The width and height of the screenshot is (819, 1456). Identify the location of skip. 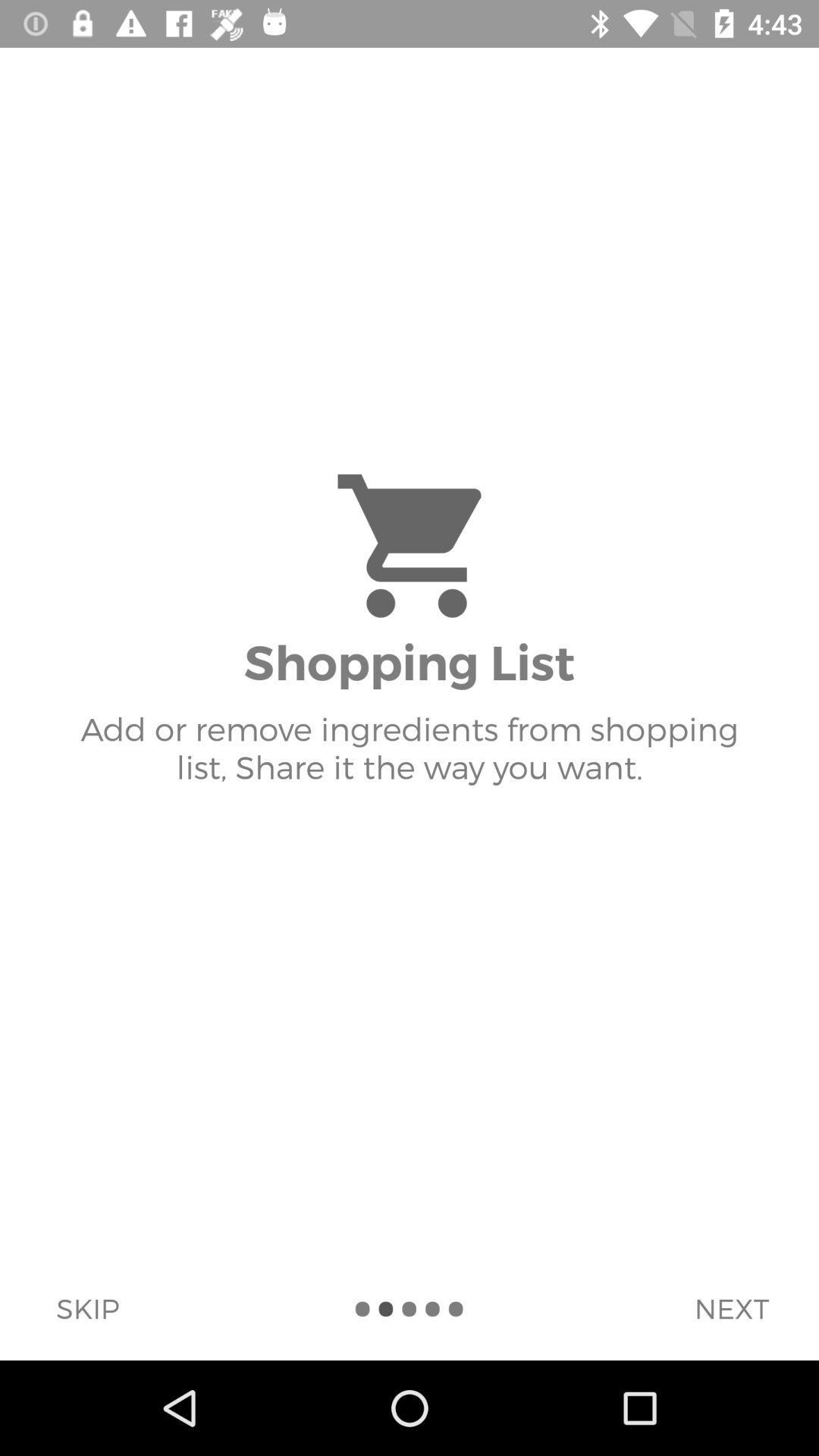
(87, 1307).